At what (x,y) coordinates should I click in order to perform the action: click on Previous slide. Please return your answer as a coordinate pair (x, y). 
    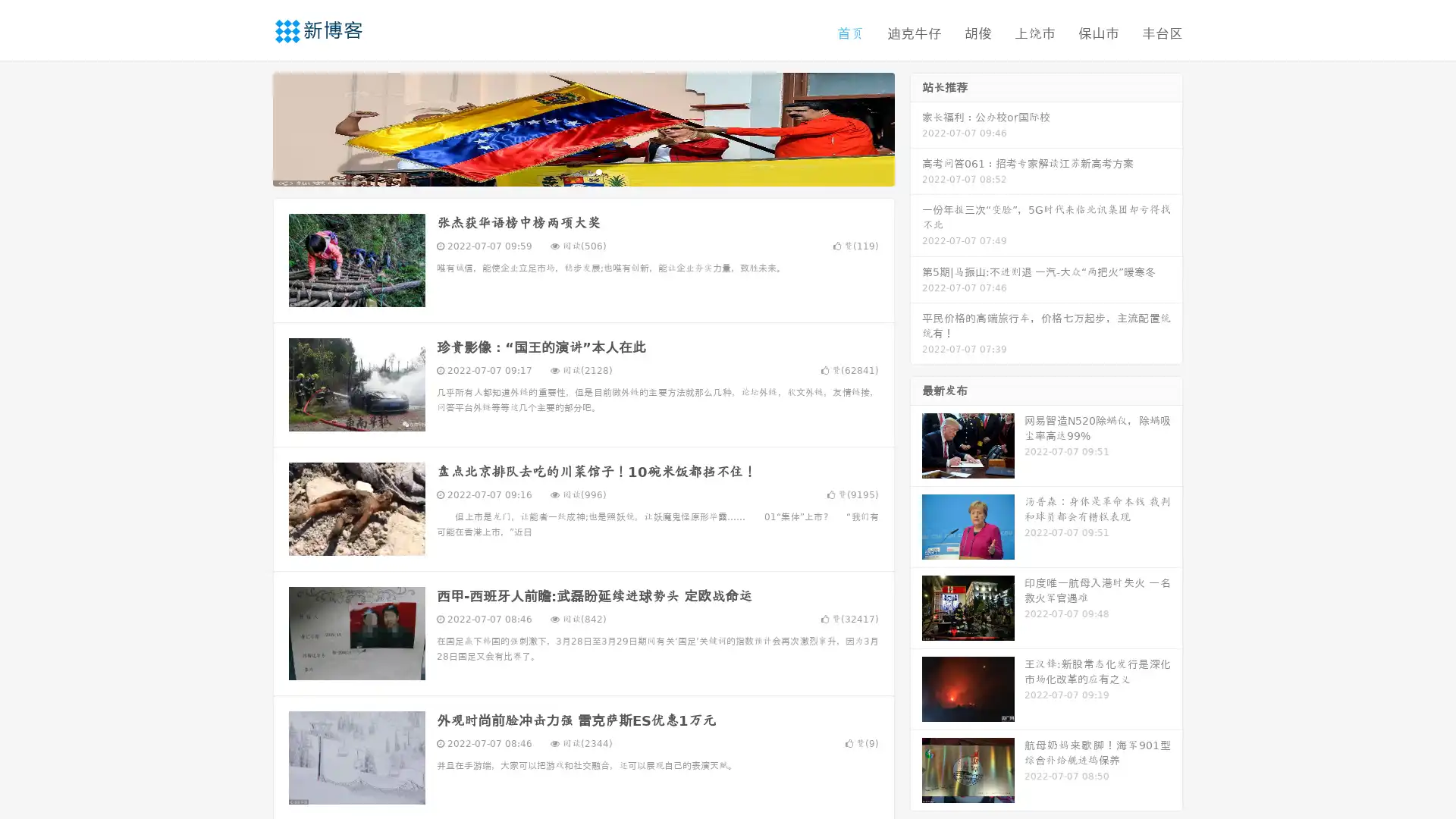
    Looking at the image, I should click on (250, 127).